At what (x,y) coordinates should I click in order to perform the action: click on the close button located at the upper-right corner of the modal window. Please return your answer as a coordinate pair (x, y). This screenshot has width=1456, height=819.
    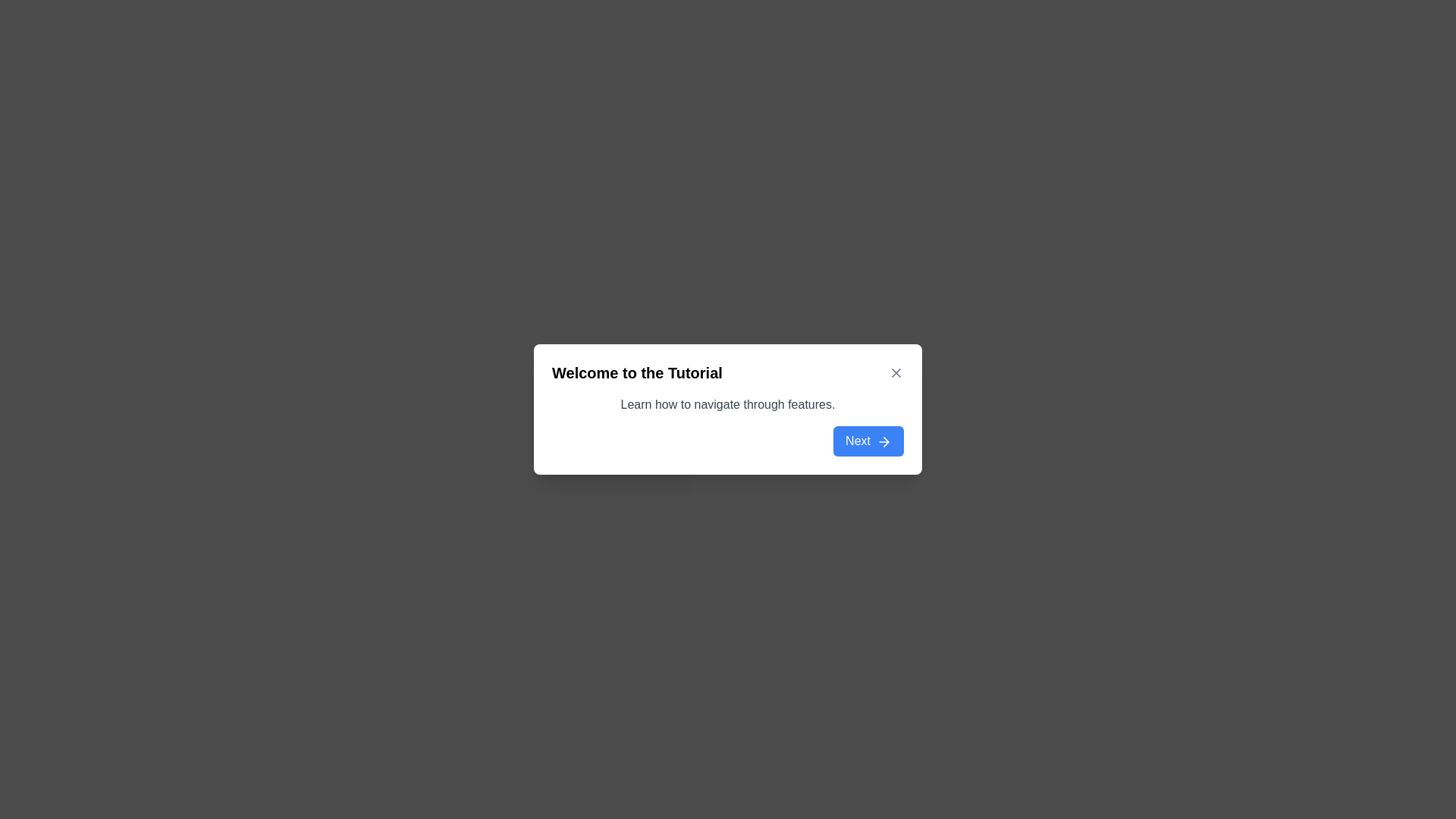
    Looking at the image, I should click on (896, 373).